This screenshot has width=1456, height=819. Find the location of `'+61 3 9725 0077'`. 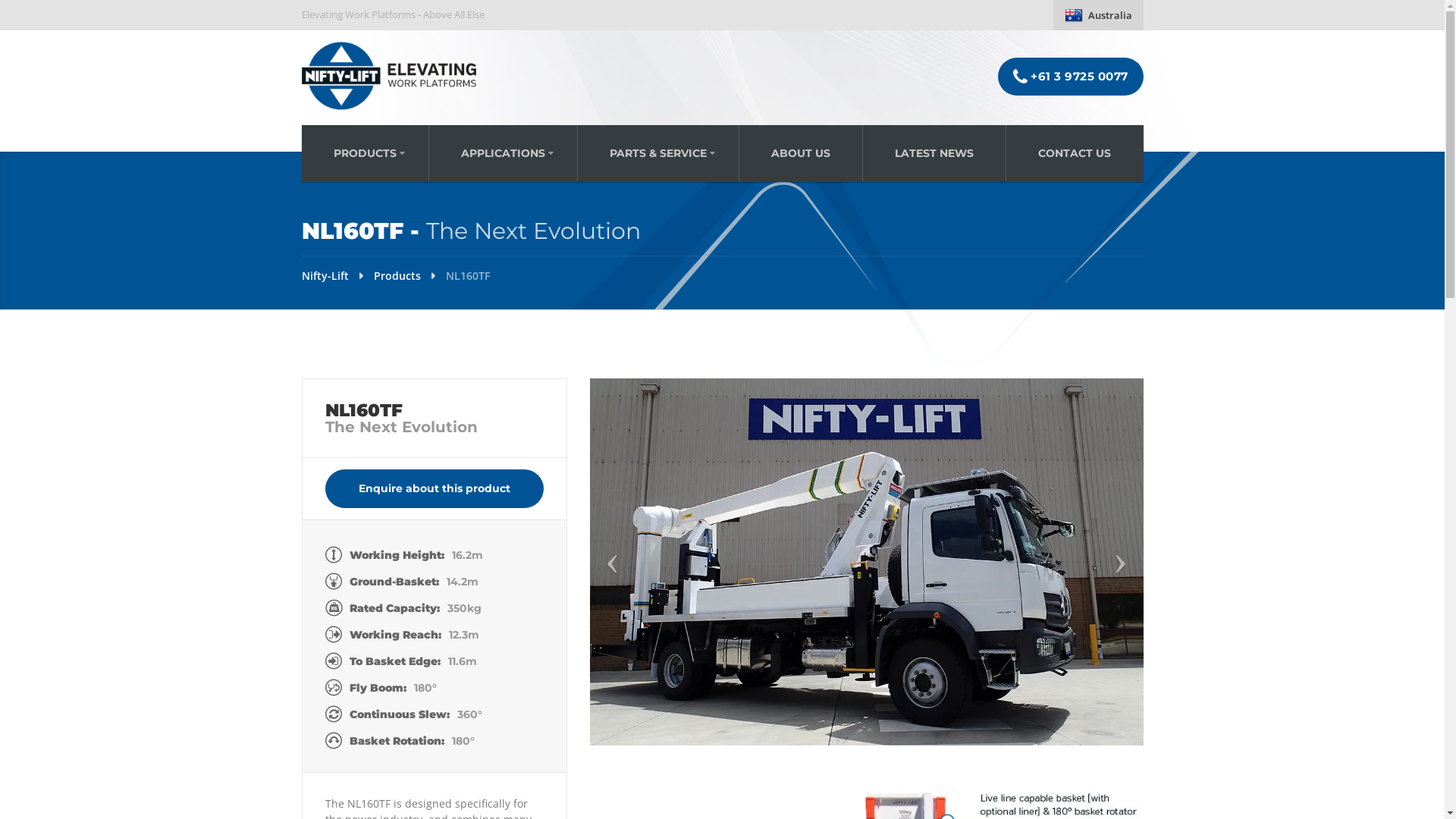

'+61 3 9725 0077' is located at coordinates (1069, 76).